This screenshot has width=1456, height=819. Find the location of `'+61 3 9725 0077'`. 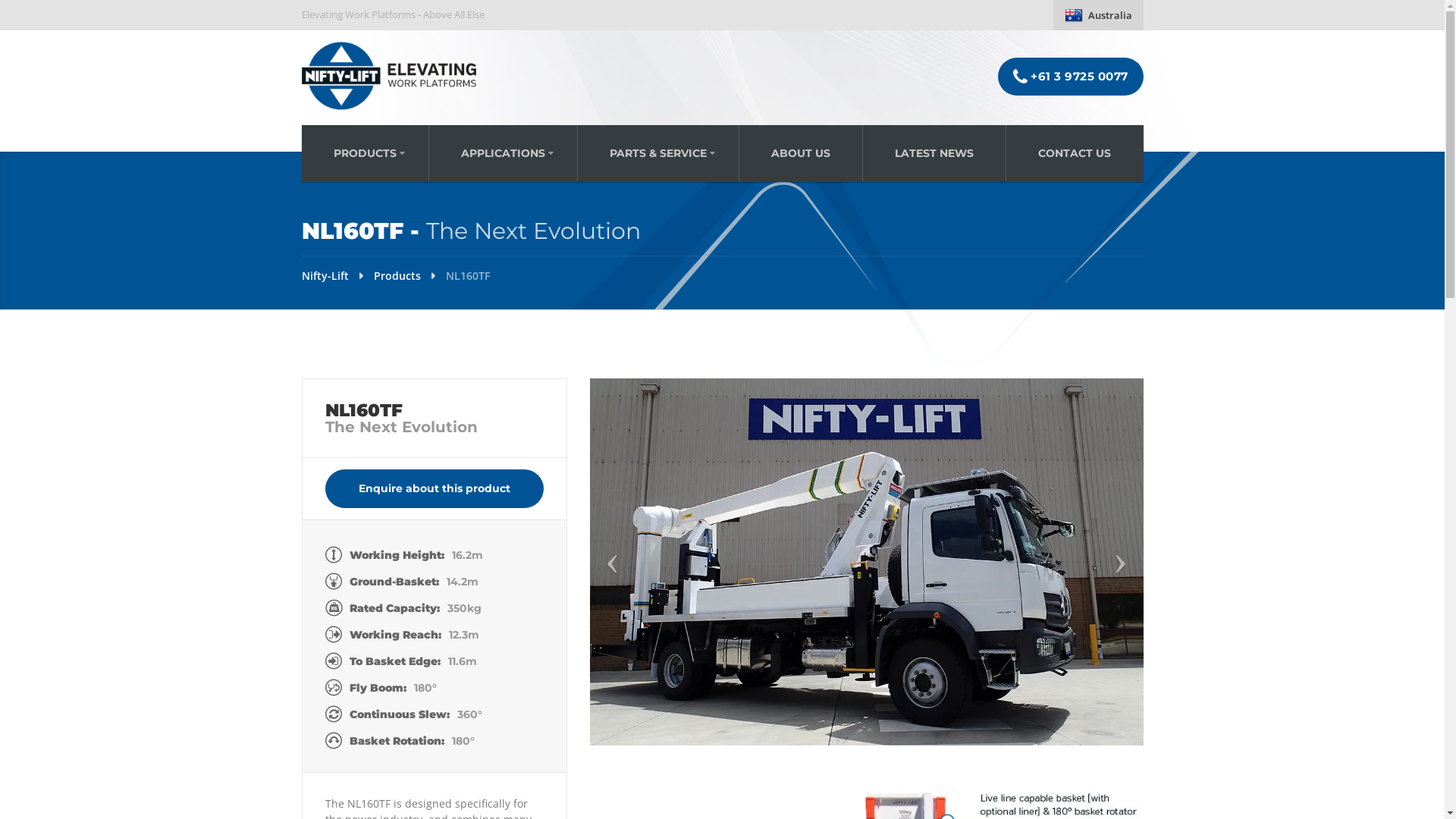

'+61 3 9725 0077' is located at coordinates (1069, 76).